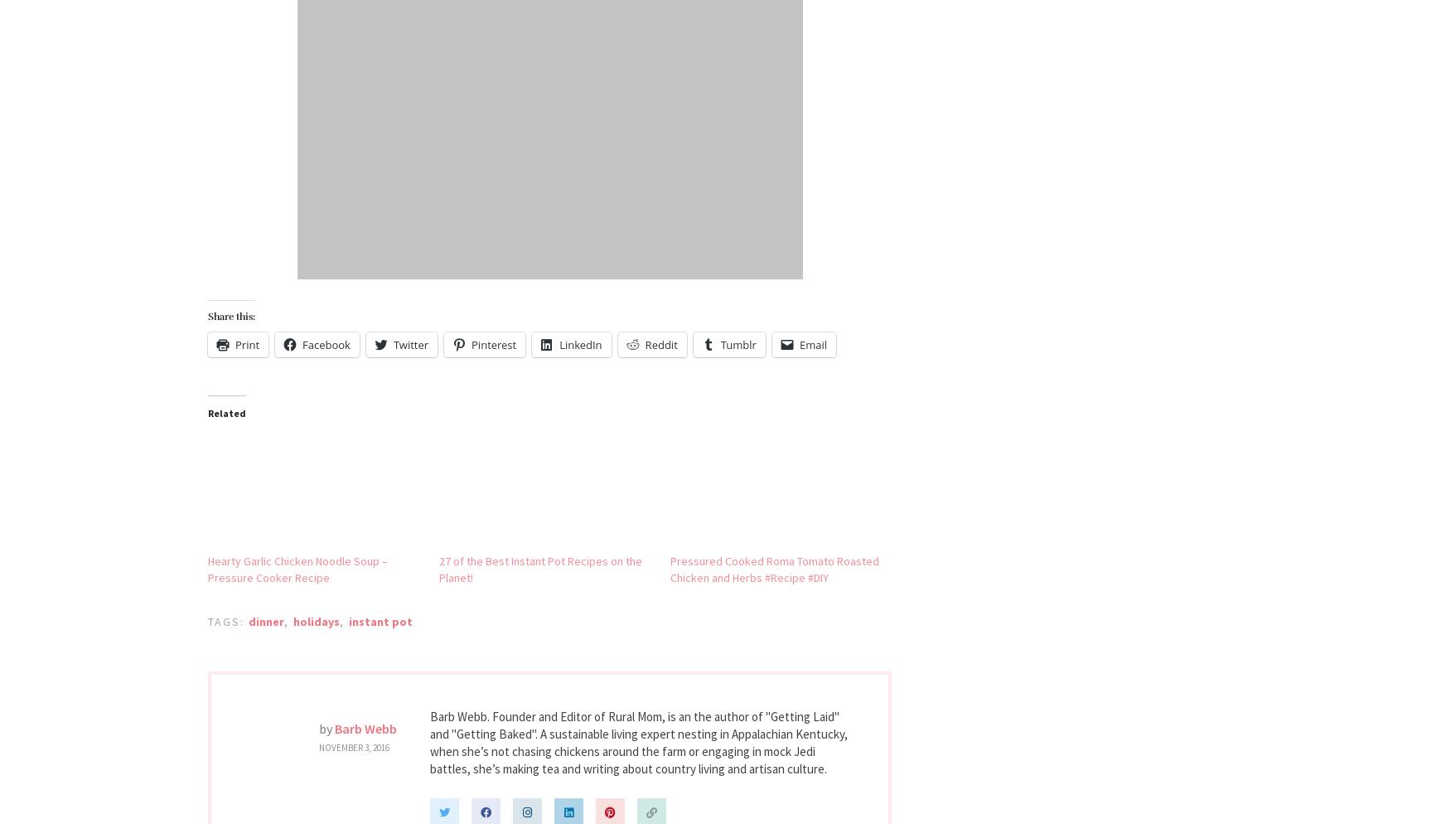  Describe the element at coordinates (228, 620) in the screenshot. I see `'Tags:'` at that location.